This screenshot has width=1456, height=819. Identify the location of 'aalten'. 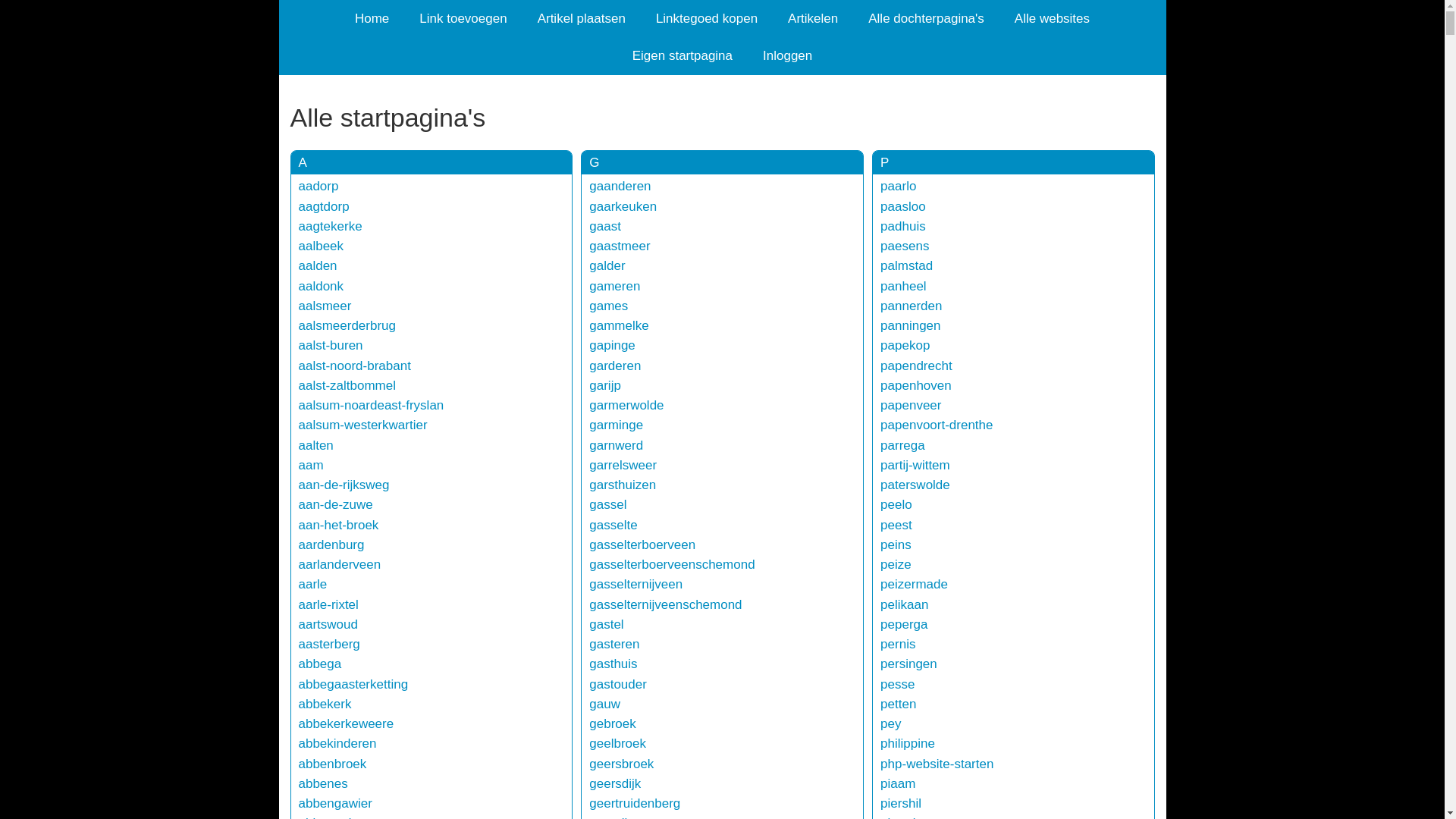
(315, 444).